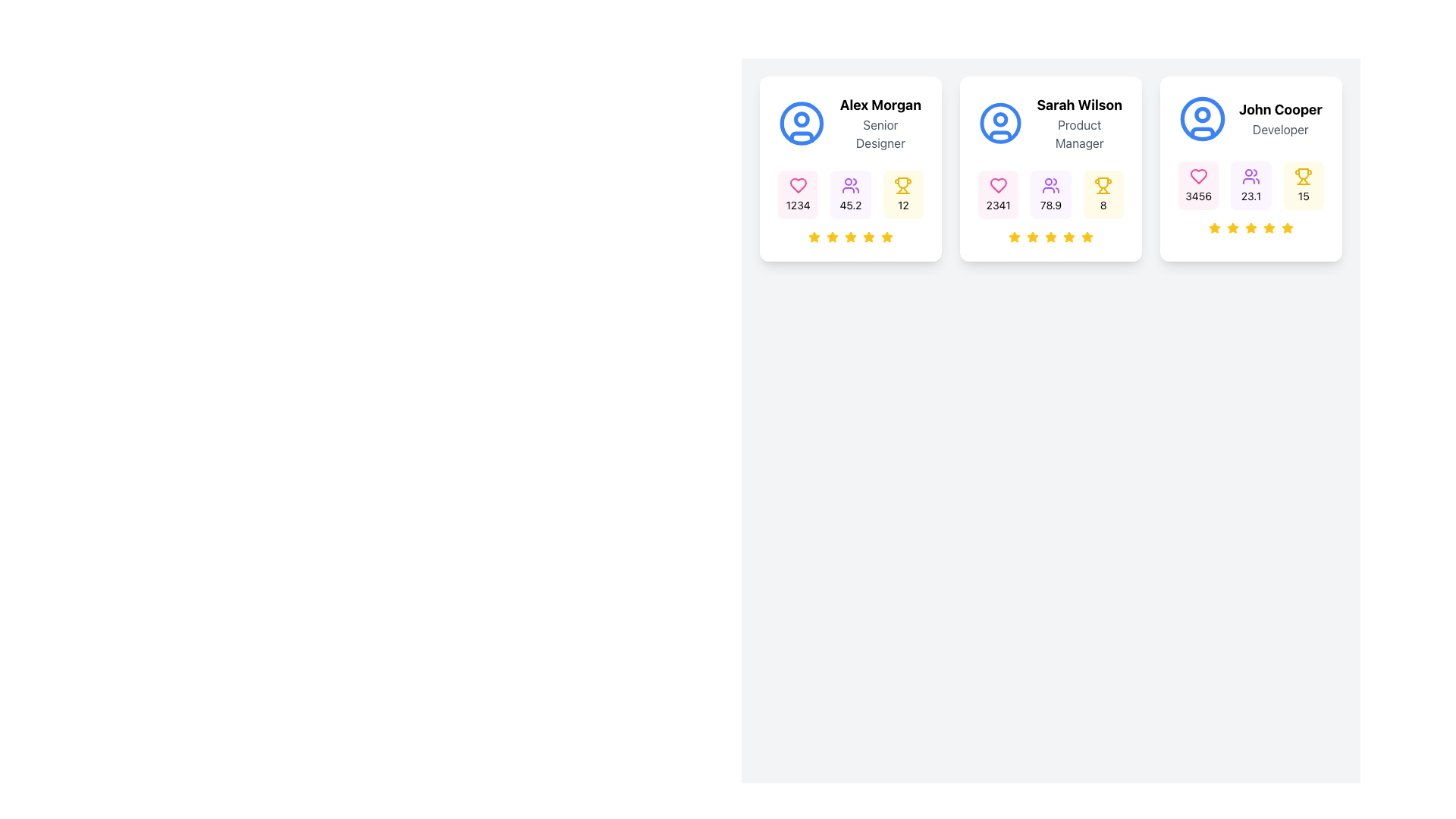  Describe the element at coordinates (1251, 185) in the screenshot. I see `the metric display element with a light purple background, rounded corners, and the number '23.1' in black, located in the second card from the right in a three-column grid layout` at that location.